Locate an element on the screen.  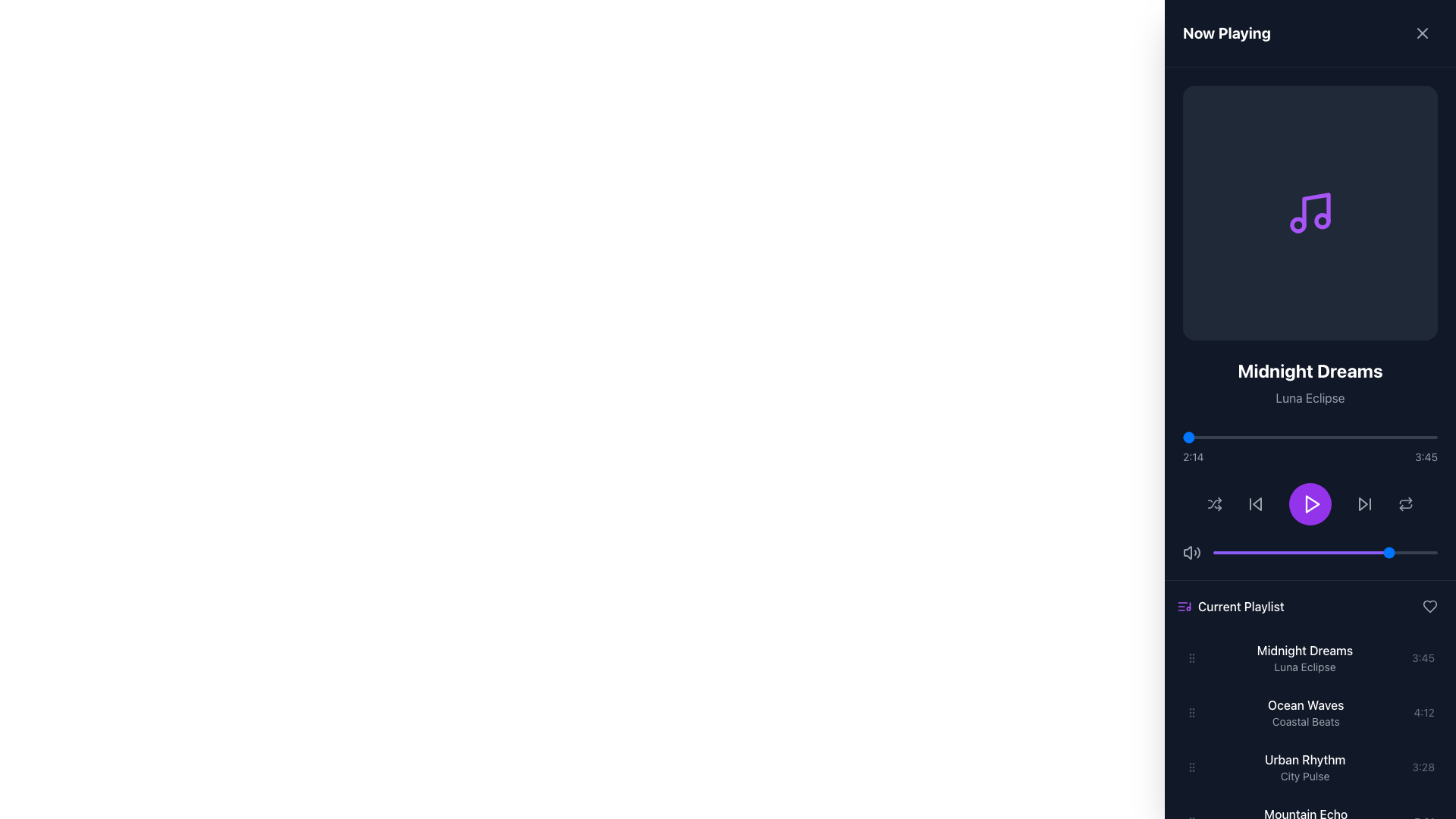
the text label displaying 'City Pulse', which is styled in gray and appears beneath 'Urban Rhythm' in the 'Current Playlist' section is located at coordinates (1304, 776).